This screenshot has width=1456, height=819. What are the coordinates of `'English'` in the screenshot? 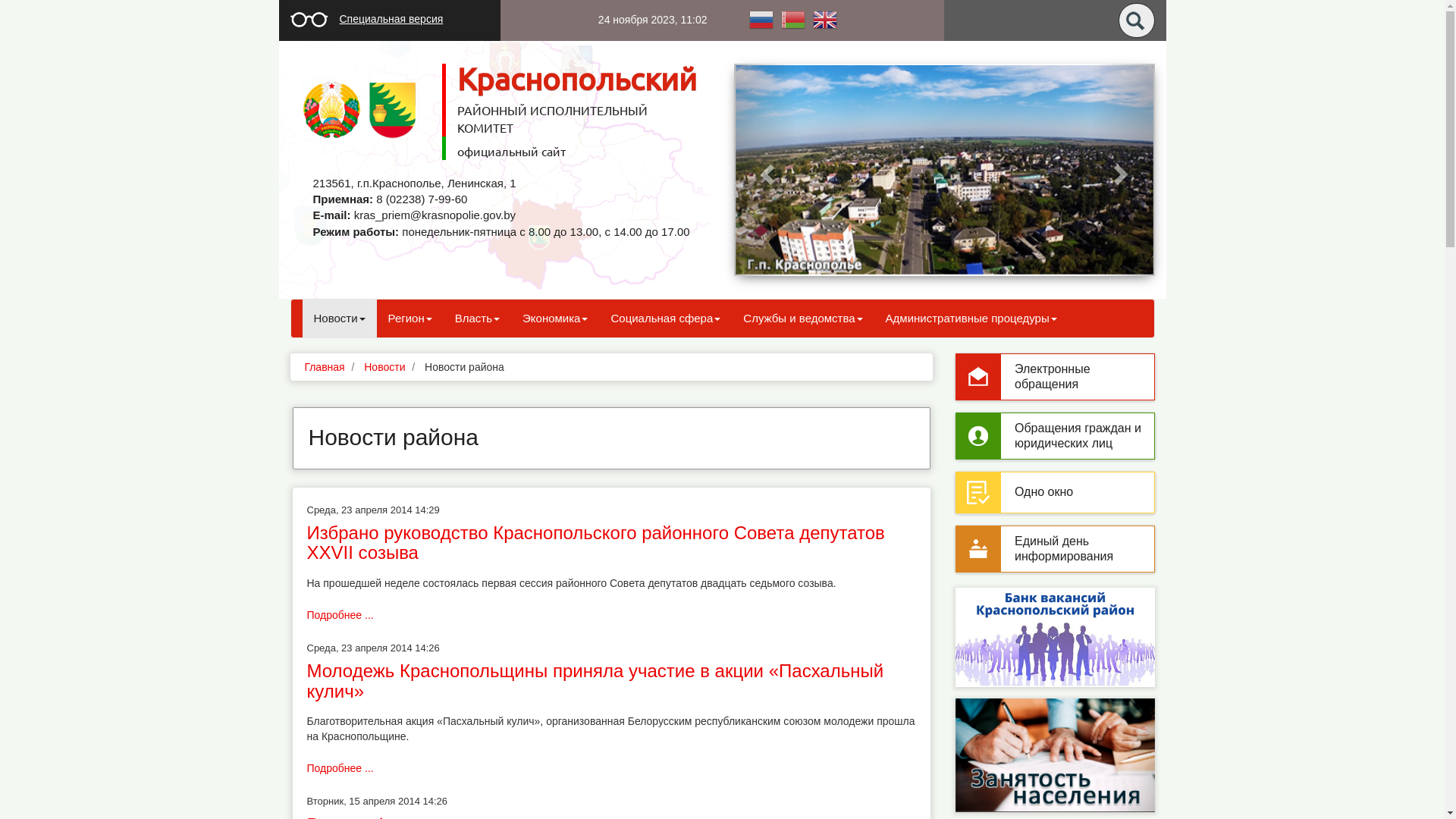 It's located at (807, 18).